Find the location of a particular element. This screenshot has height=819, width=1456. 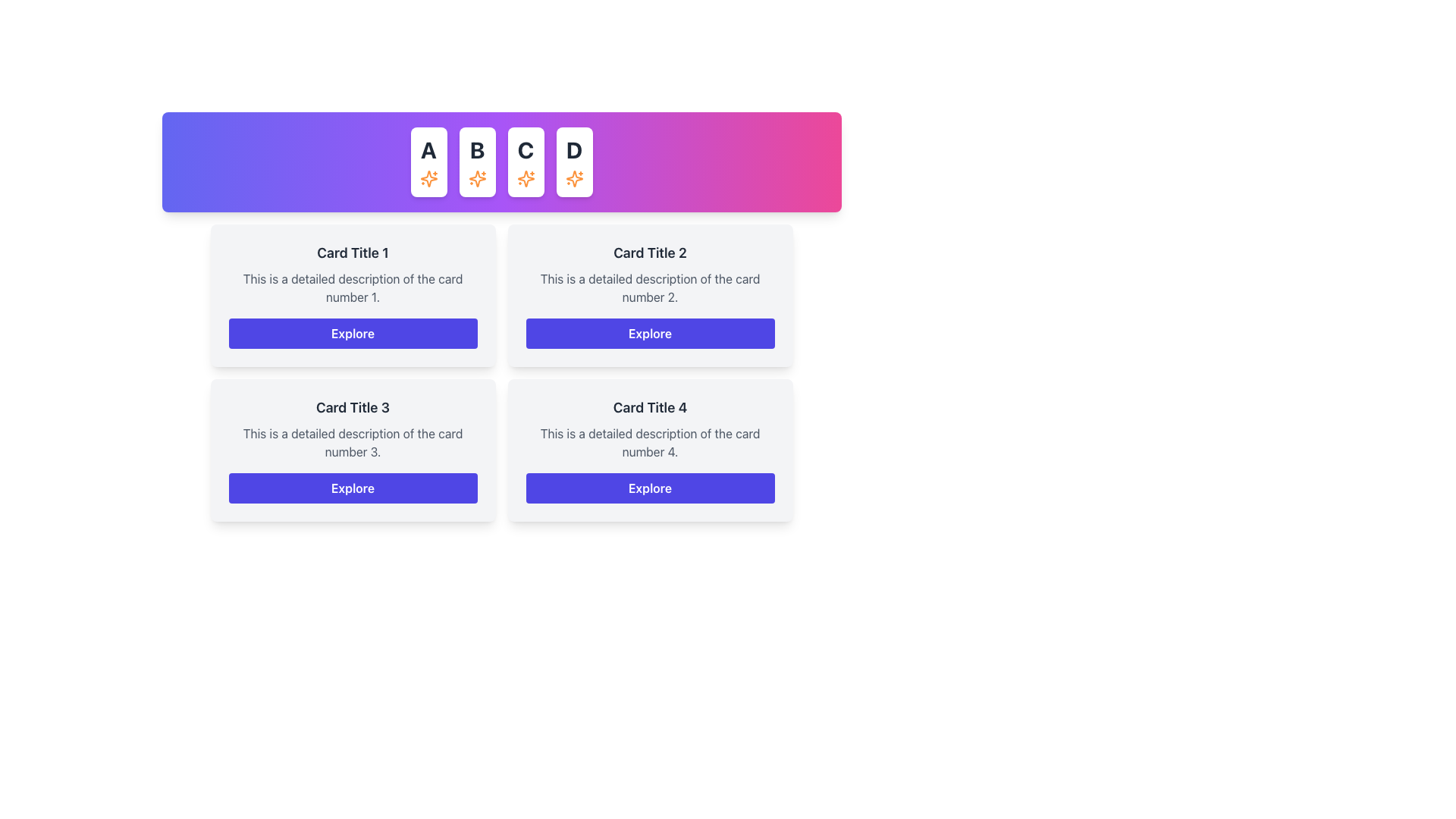

the button located at the bottom of the card panel with the heading 'Card Title 1' is located at coordinates (352, 332).